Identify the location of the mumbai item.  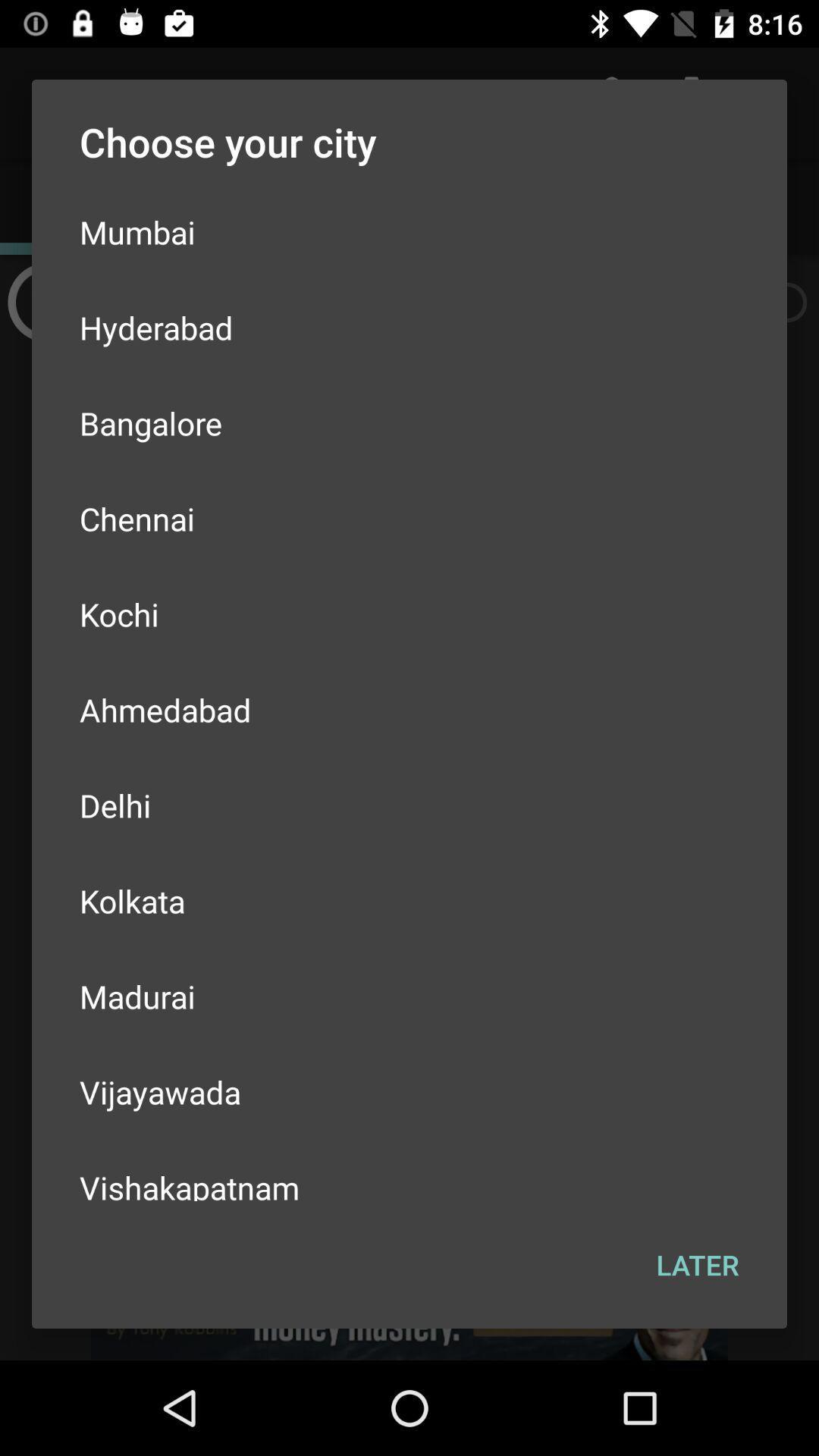
(409, 231).